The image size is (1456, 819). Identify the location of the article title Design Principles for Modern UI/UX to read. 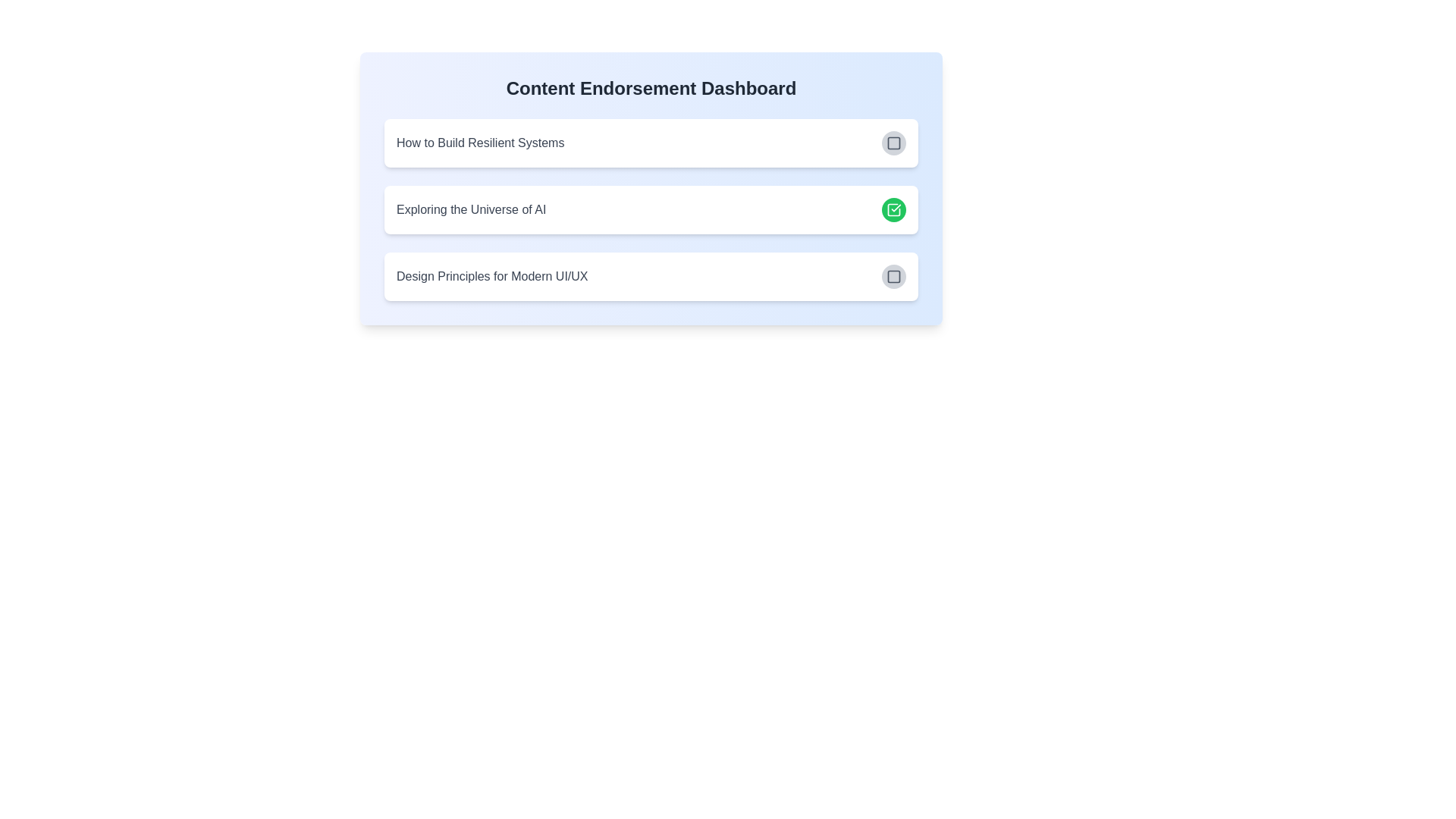
(491, 277).